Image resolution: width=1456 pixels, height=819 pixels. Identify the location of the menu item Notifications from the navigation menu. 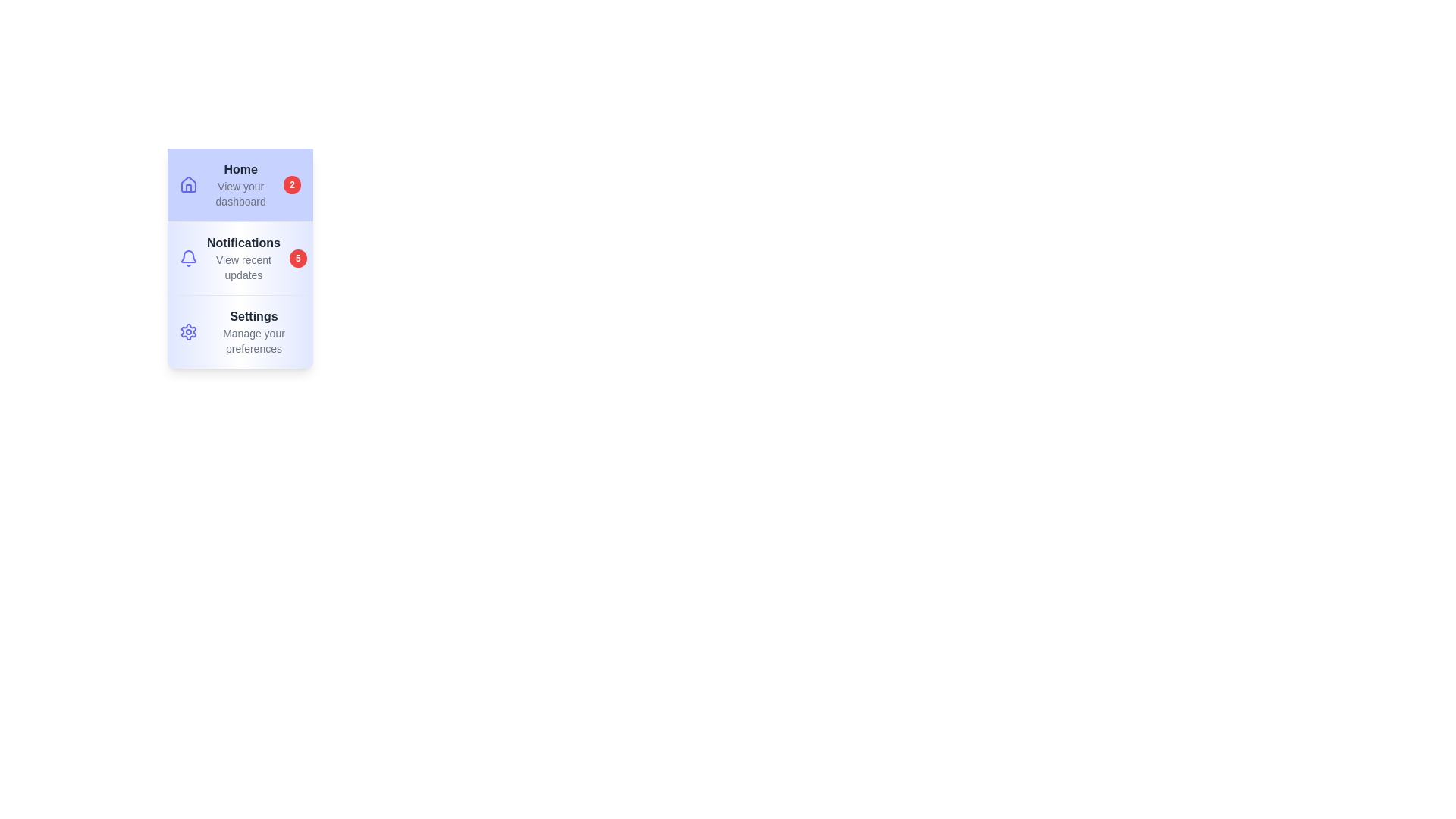
(239, 256).